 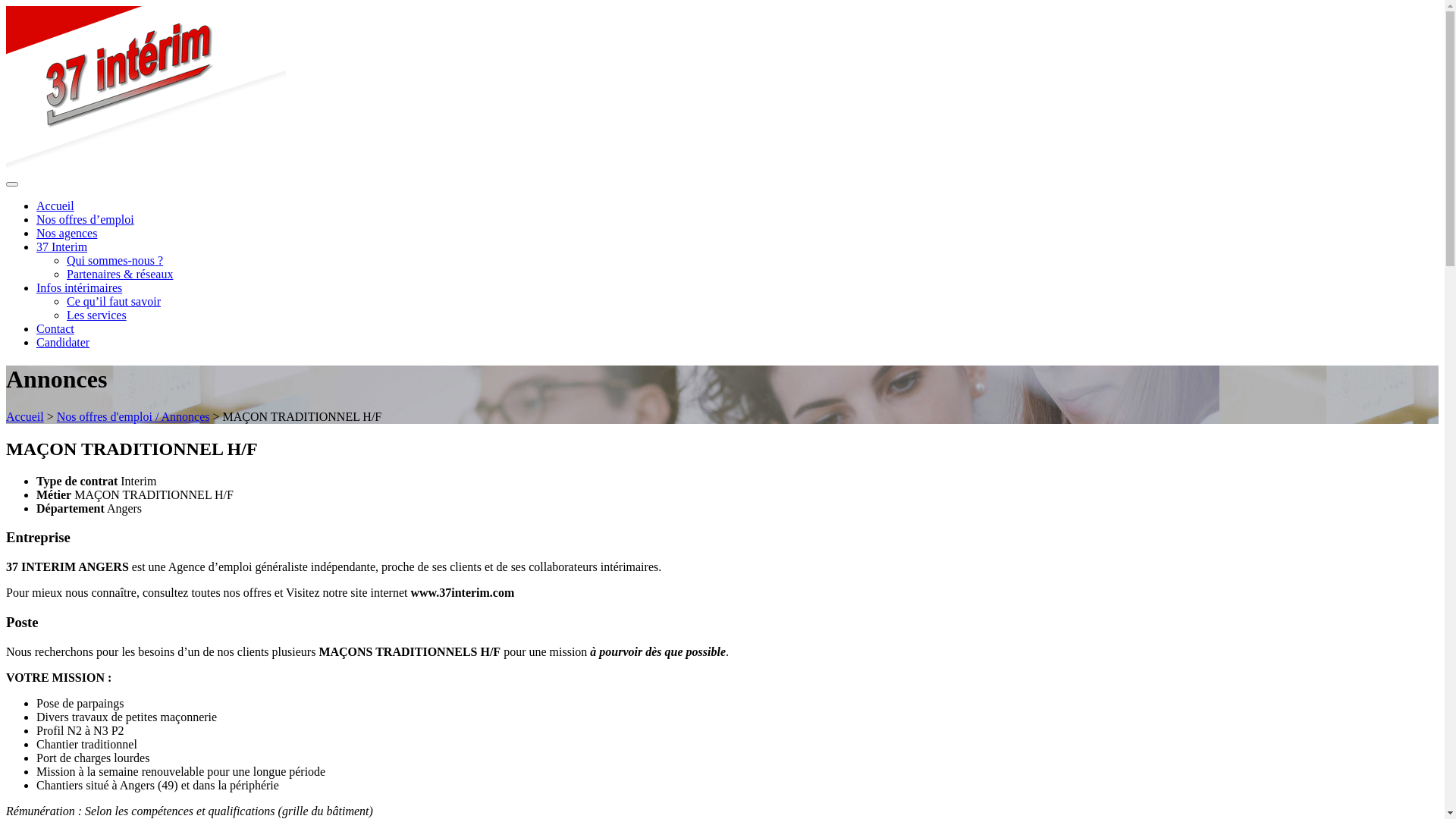 What do you see at coordinates (61, 246) in the screenshot?
I see `'37 Interim'` at bounding box center [61, 246].